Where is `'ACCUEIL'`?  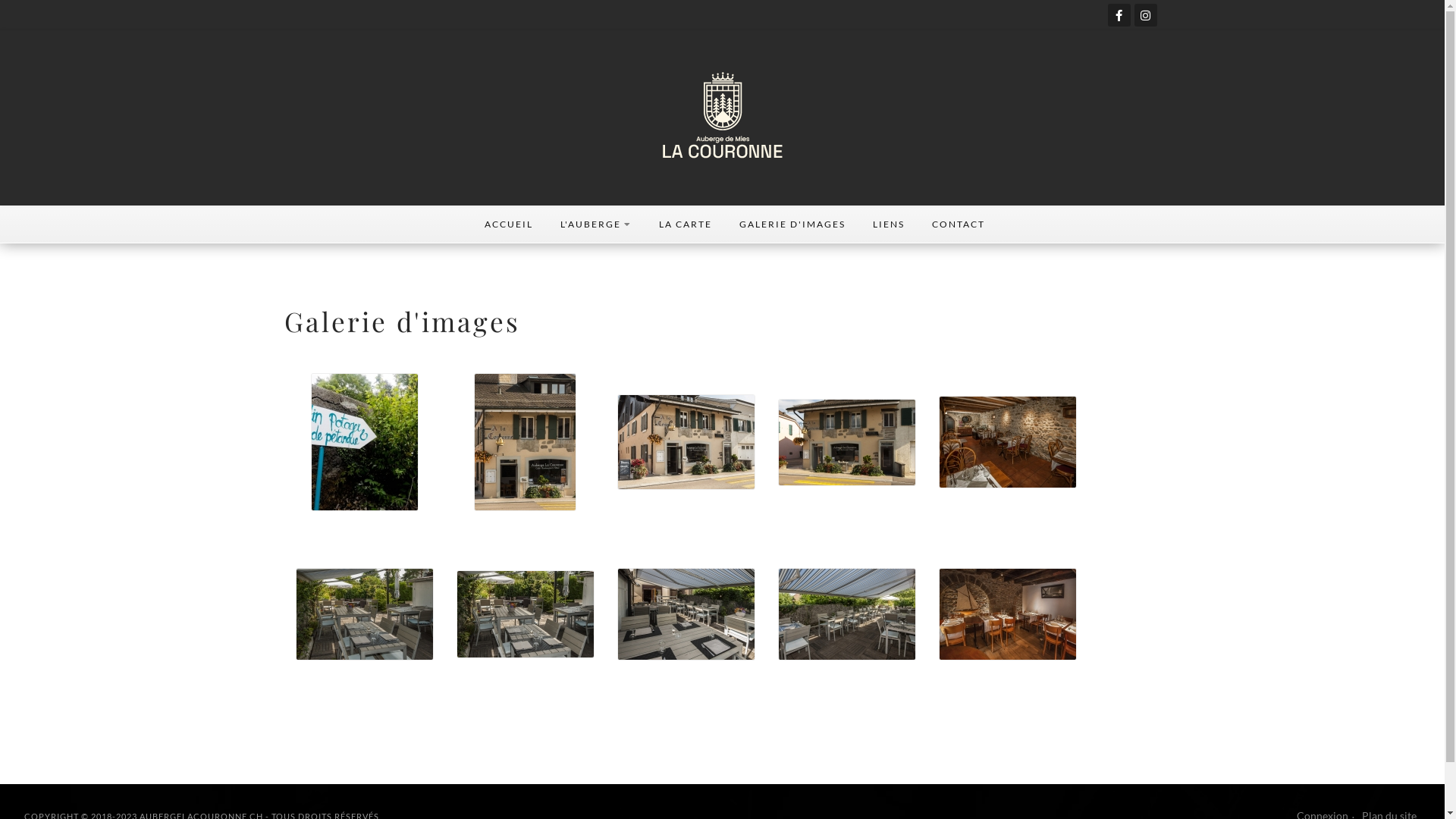 'ACCUEIL' is located at coordinates (469, 224).